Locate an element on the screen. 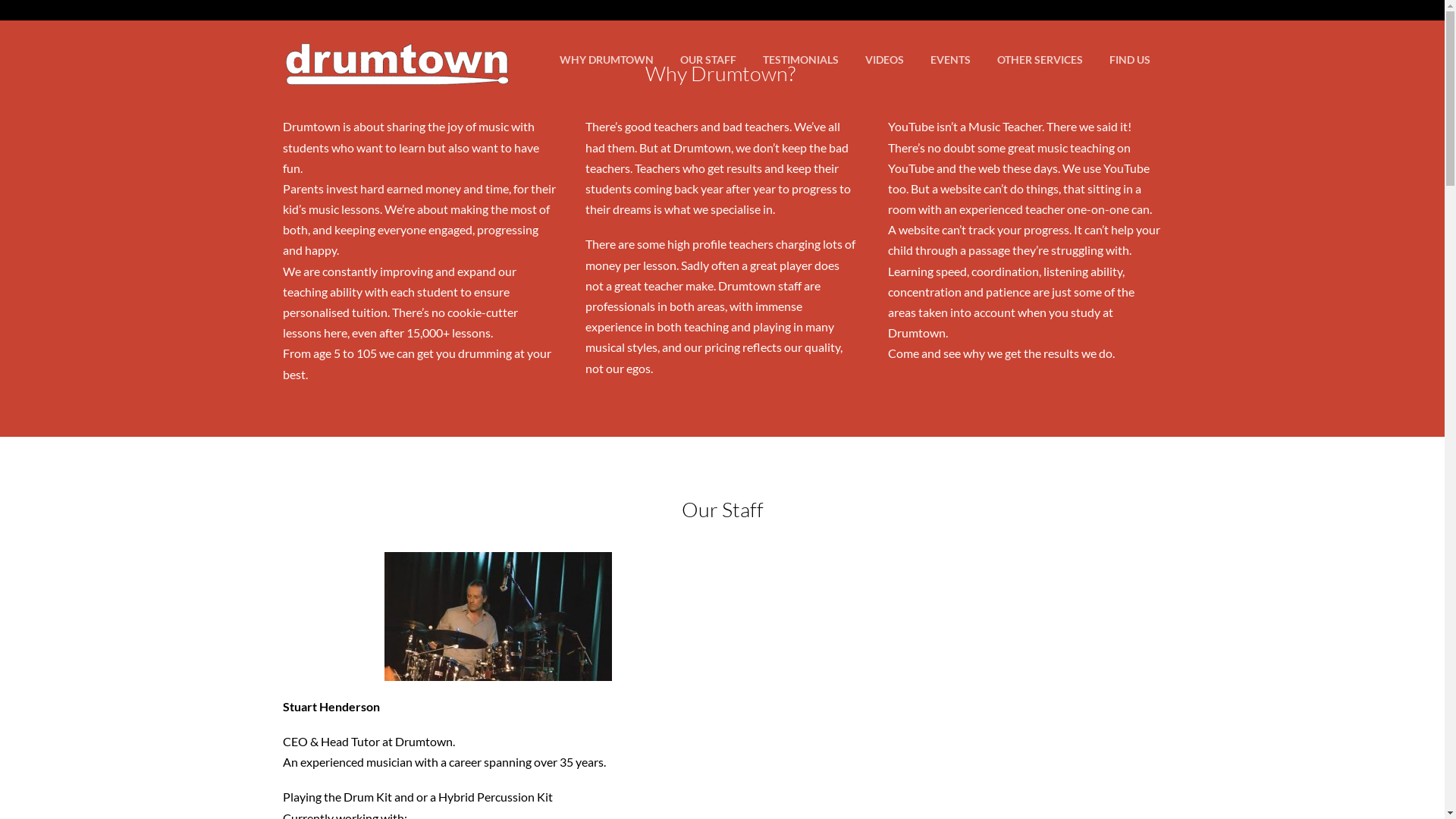  'Drumtown' is located at coordinates (396, 51).